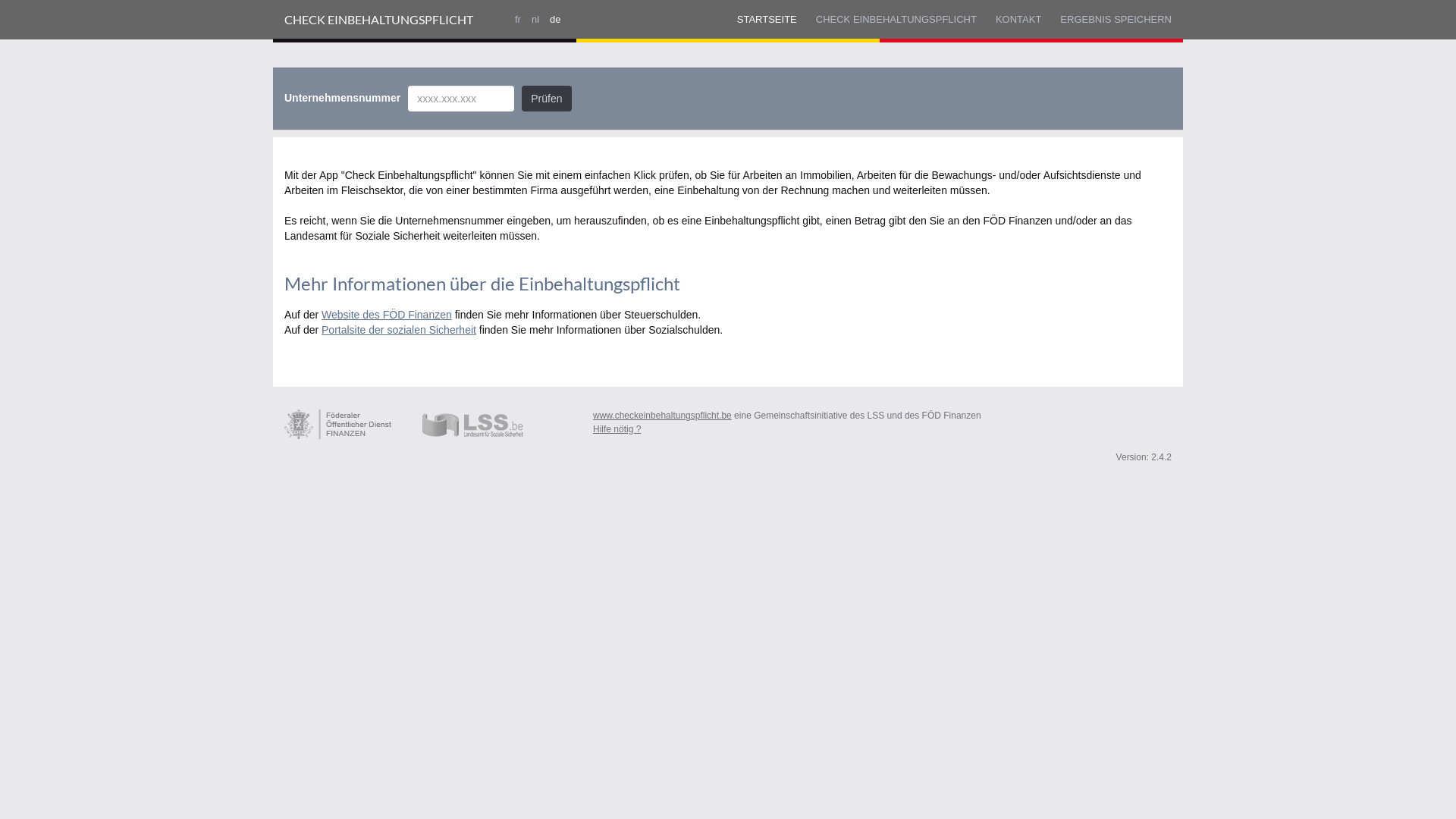 The image size is (1456, 819). Describe the element at coordinates (662, 415) in the screenshot. I see `'www.checkeinbehaltungspflicht.be'` at that location.